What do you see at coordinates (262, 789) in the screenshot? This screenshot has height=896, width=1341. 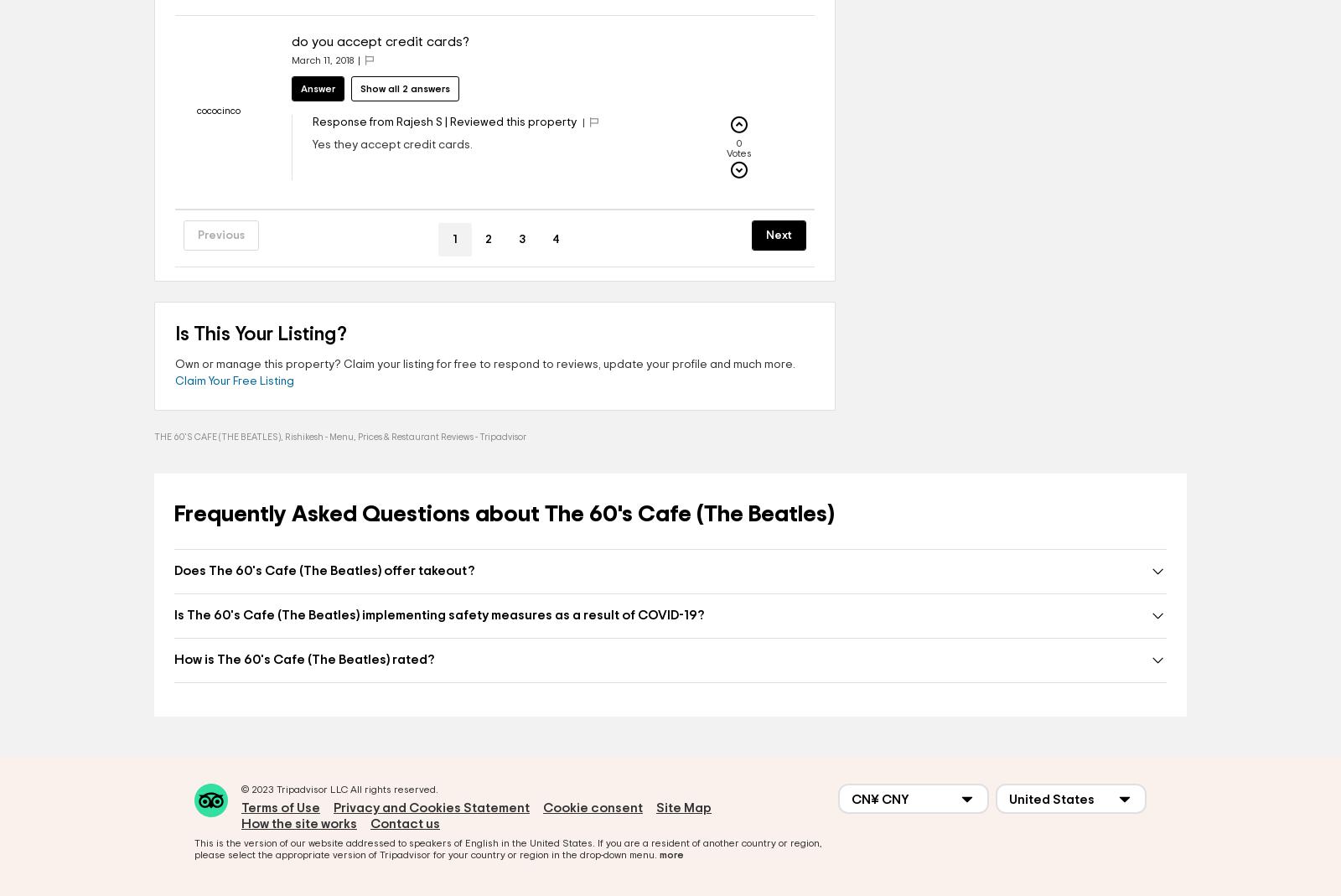 I see `'2023'` at bounding box center [262, 789].